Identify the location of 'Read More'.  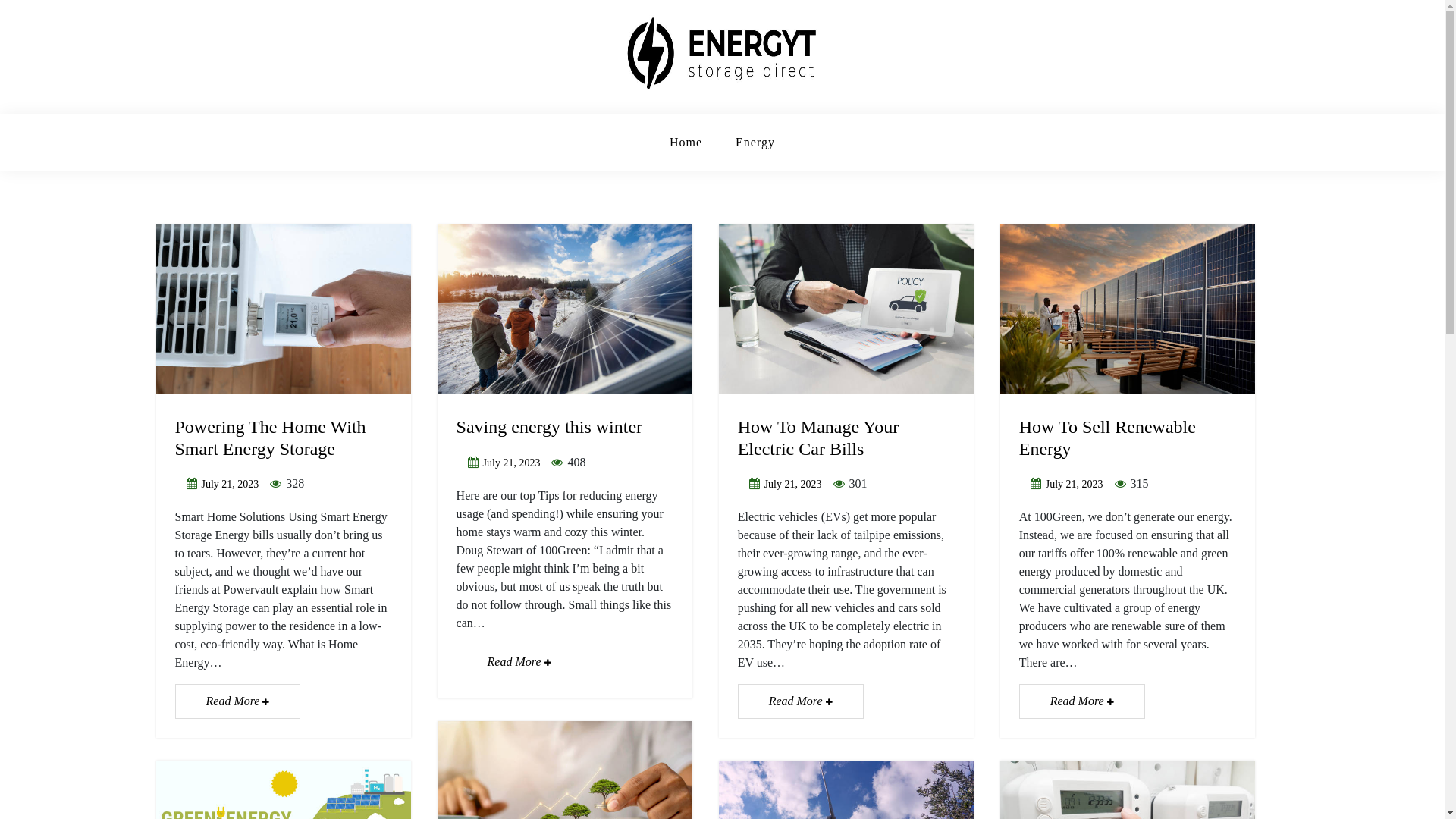
(236, 701).